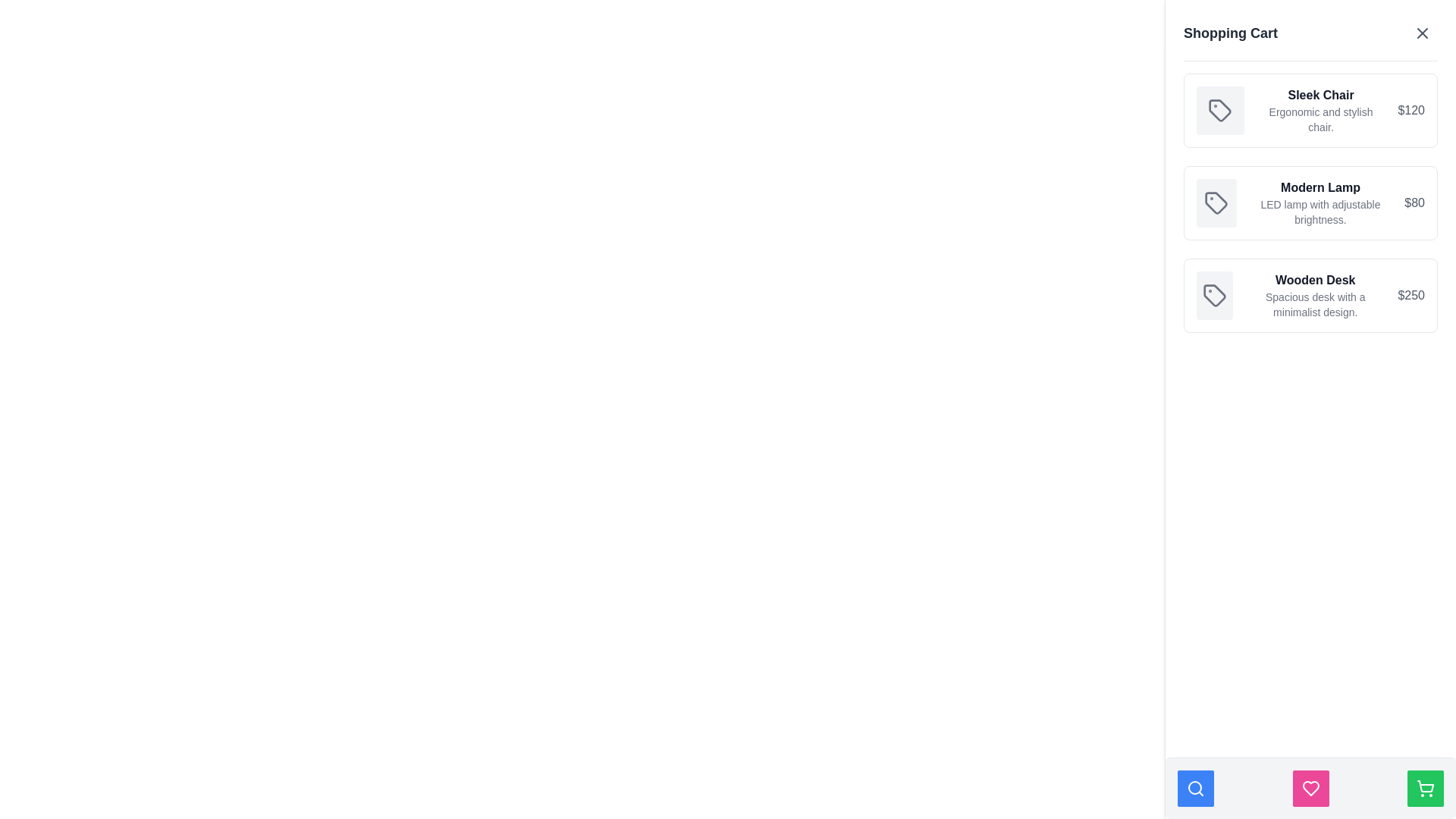 Image resolution: width=1456 pixels, height=819 pixels. What do you see at coordinates (1220, 110) in the screenshot?
I see `the graphical icon shaped like a tag, which is the first icon in the shopping cart interface, located to the left of the product description 'Sleek Chair'` at bounding box center [1220, 110].